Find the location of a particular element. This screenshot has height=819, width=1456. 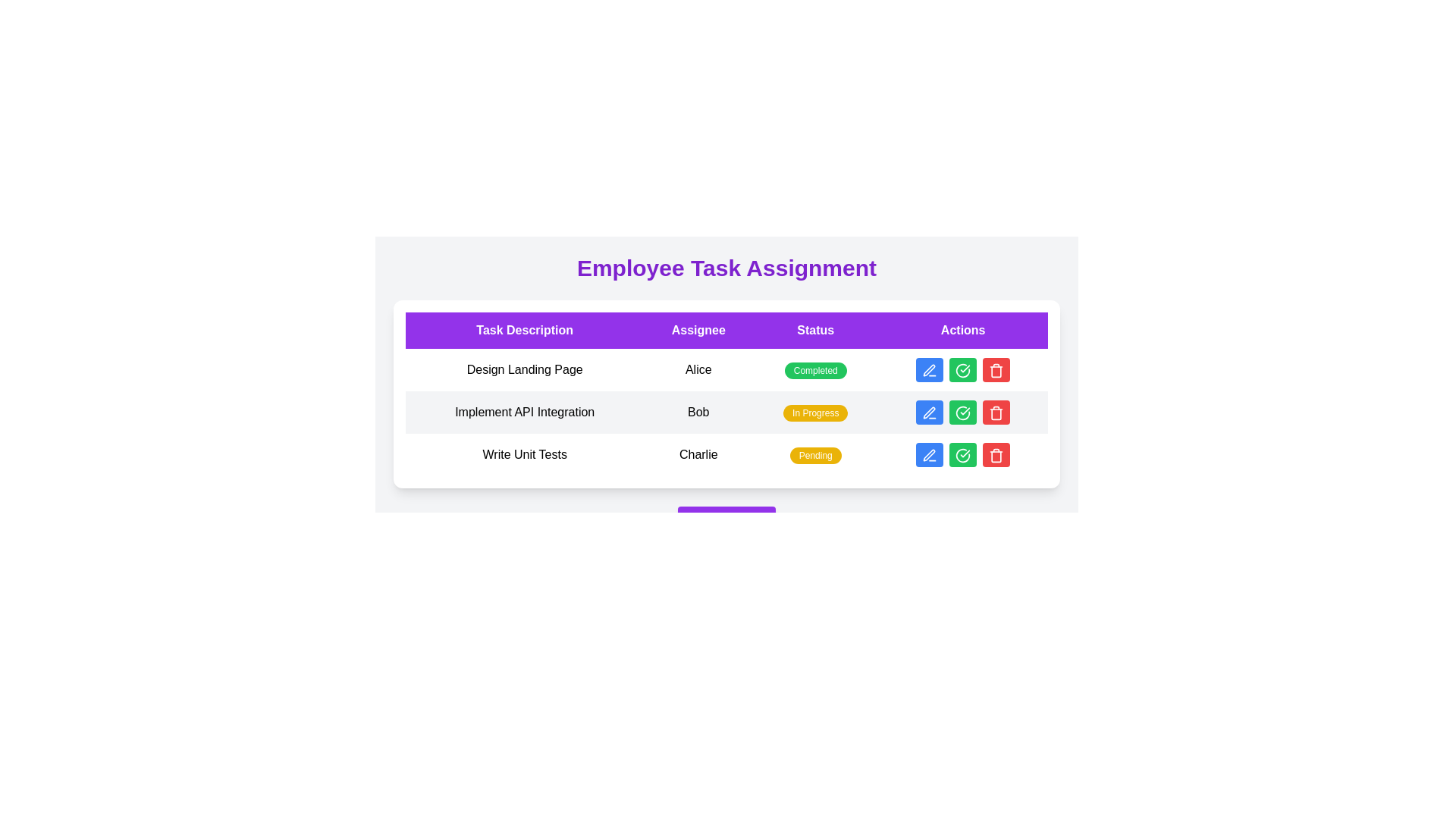

the blue button with rounded corners and a pen icon in the 'Actions' column for the task 'Design Landing Page' is located at coordinates (929, 370).